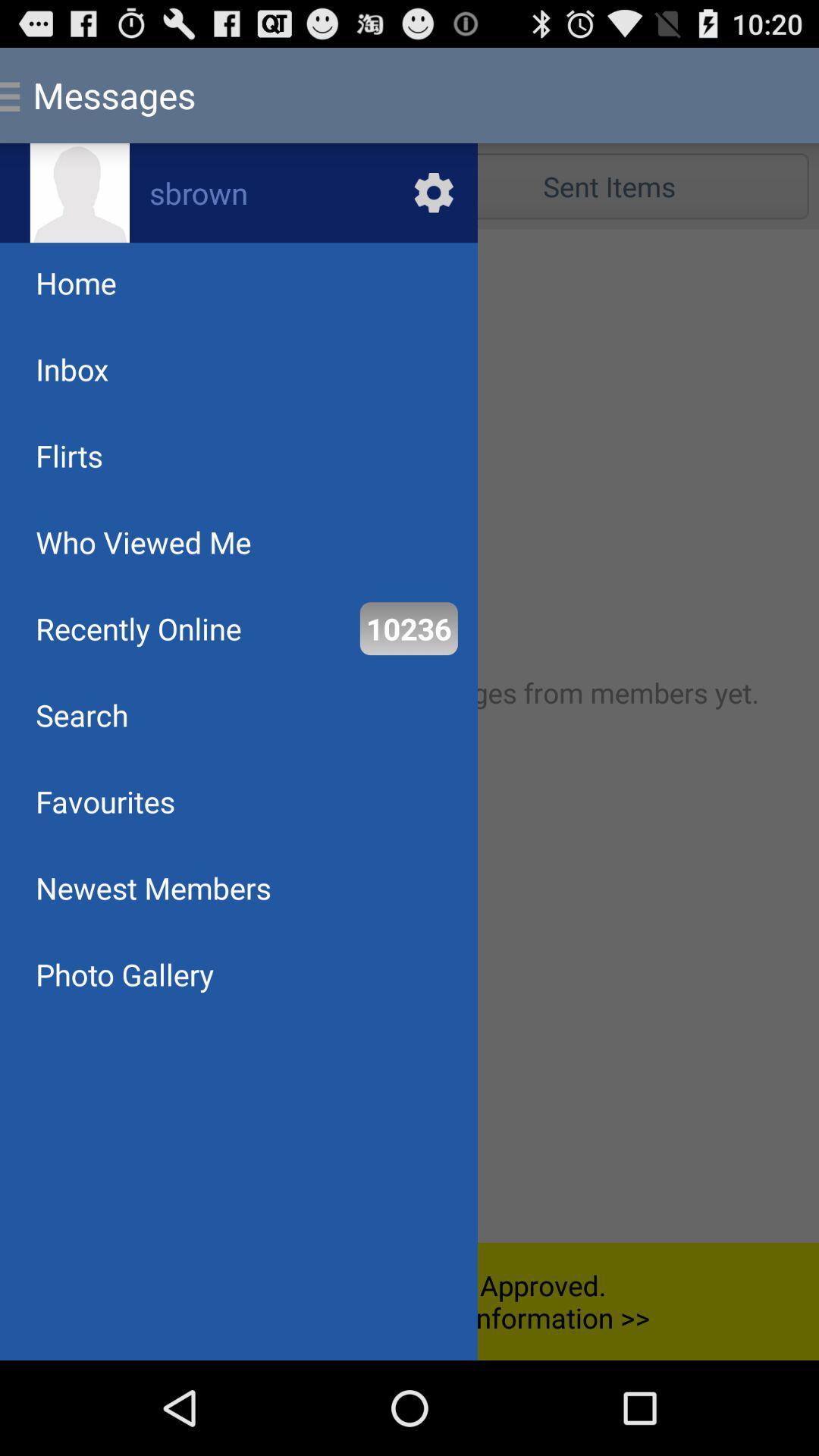 The width and height of the screenshot is (819, 1456). I want to click on the photo gallery at the bottom left corner, so click(124, 974).